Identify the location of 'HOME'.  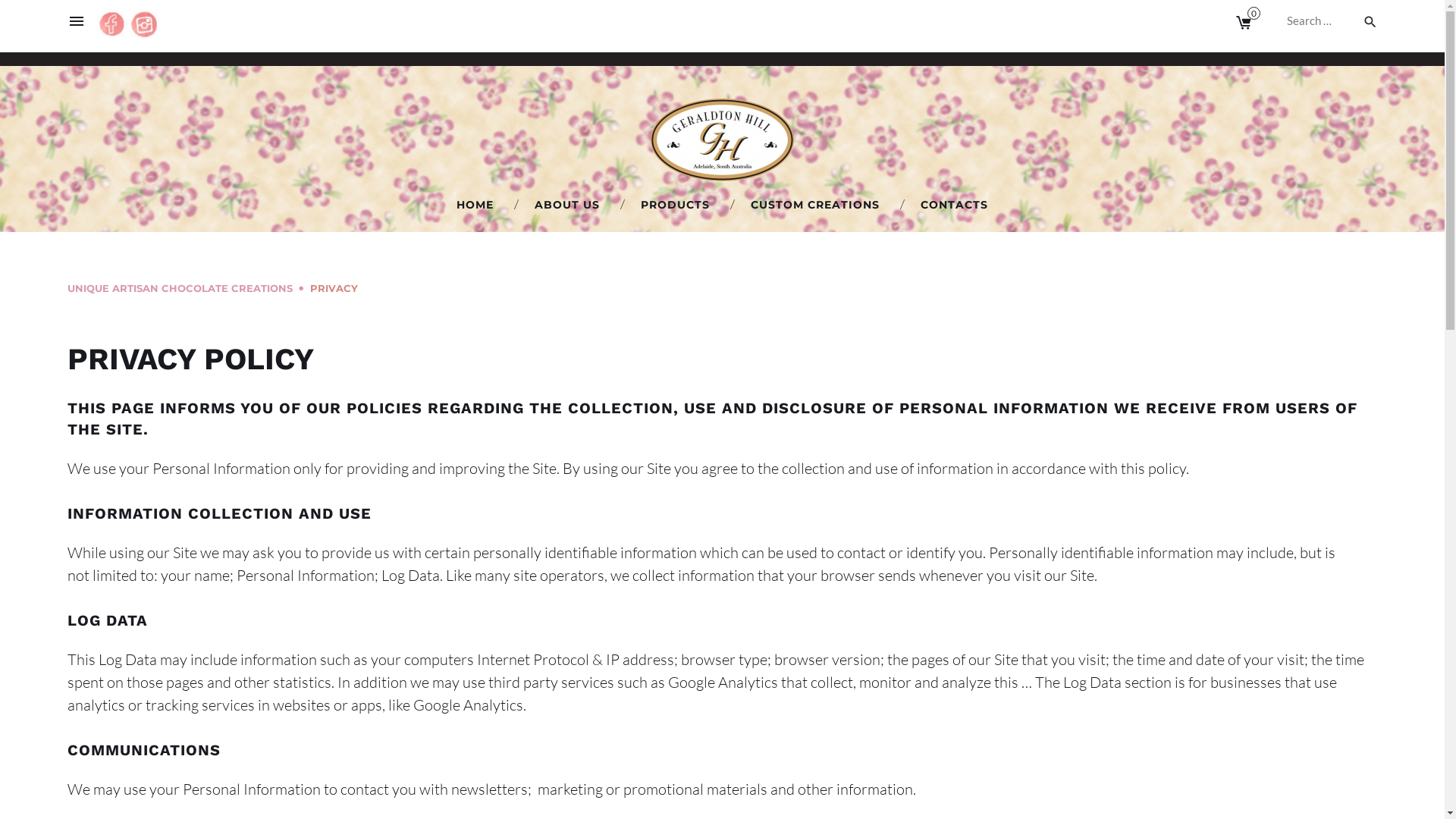
(474, 205).